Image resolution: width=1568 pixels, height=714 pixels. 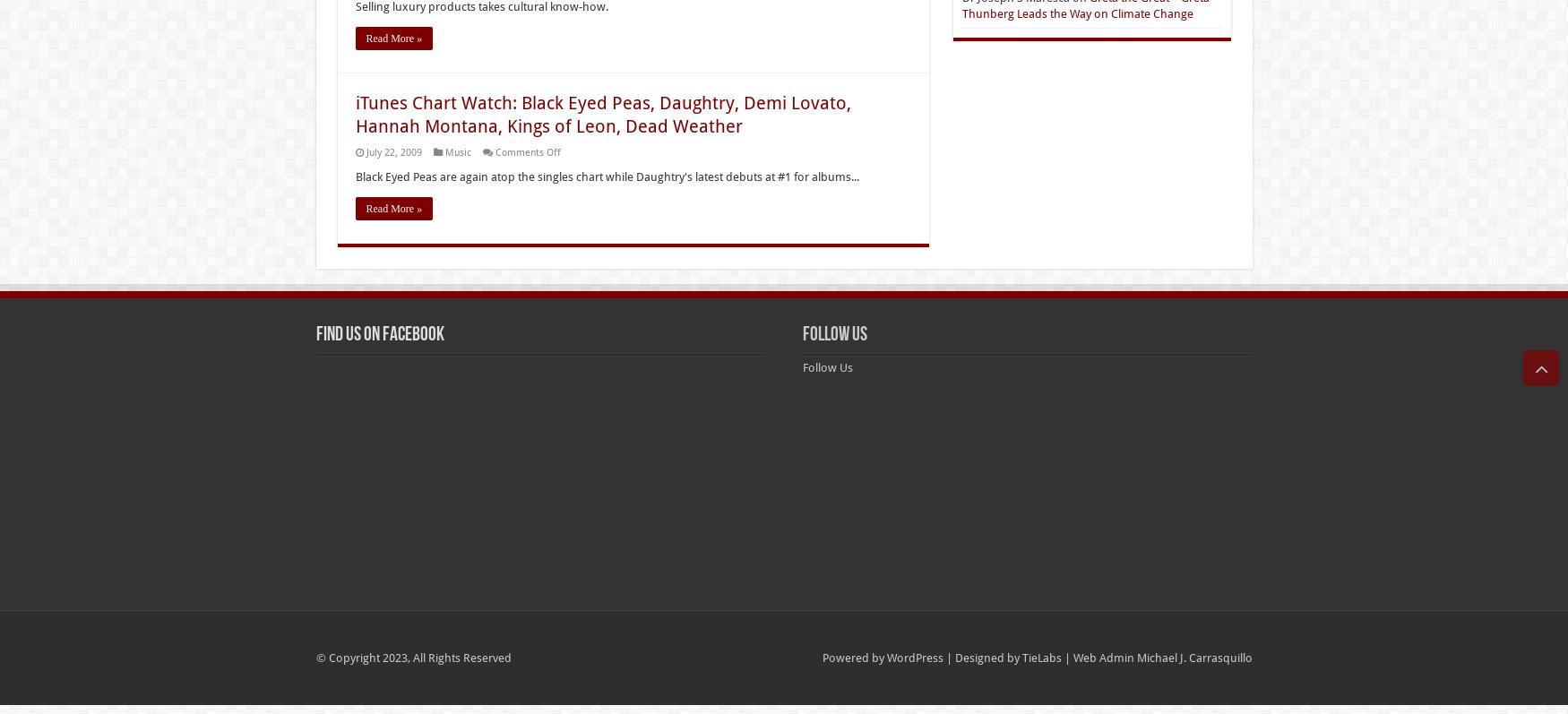 I want to click on 'Comments Off', so click(x=493, y=152).